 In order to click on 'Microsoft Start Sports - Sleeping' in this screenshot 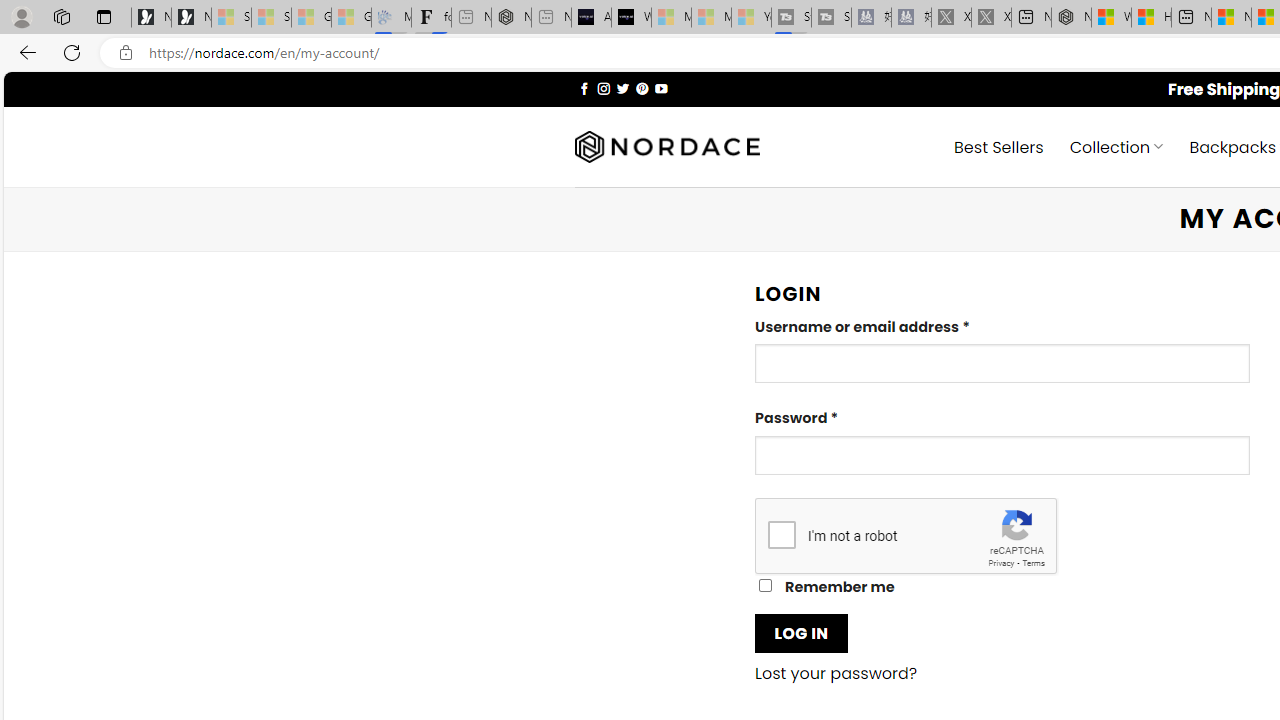, I will do `click(671, 17)`.